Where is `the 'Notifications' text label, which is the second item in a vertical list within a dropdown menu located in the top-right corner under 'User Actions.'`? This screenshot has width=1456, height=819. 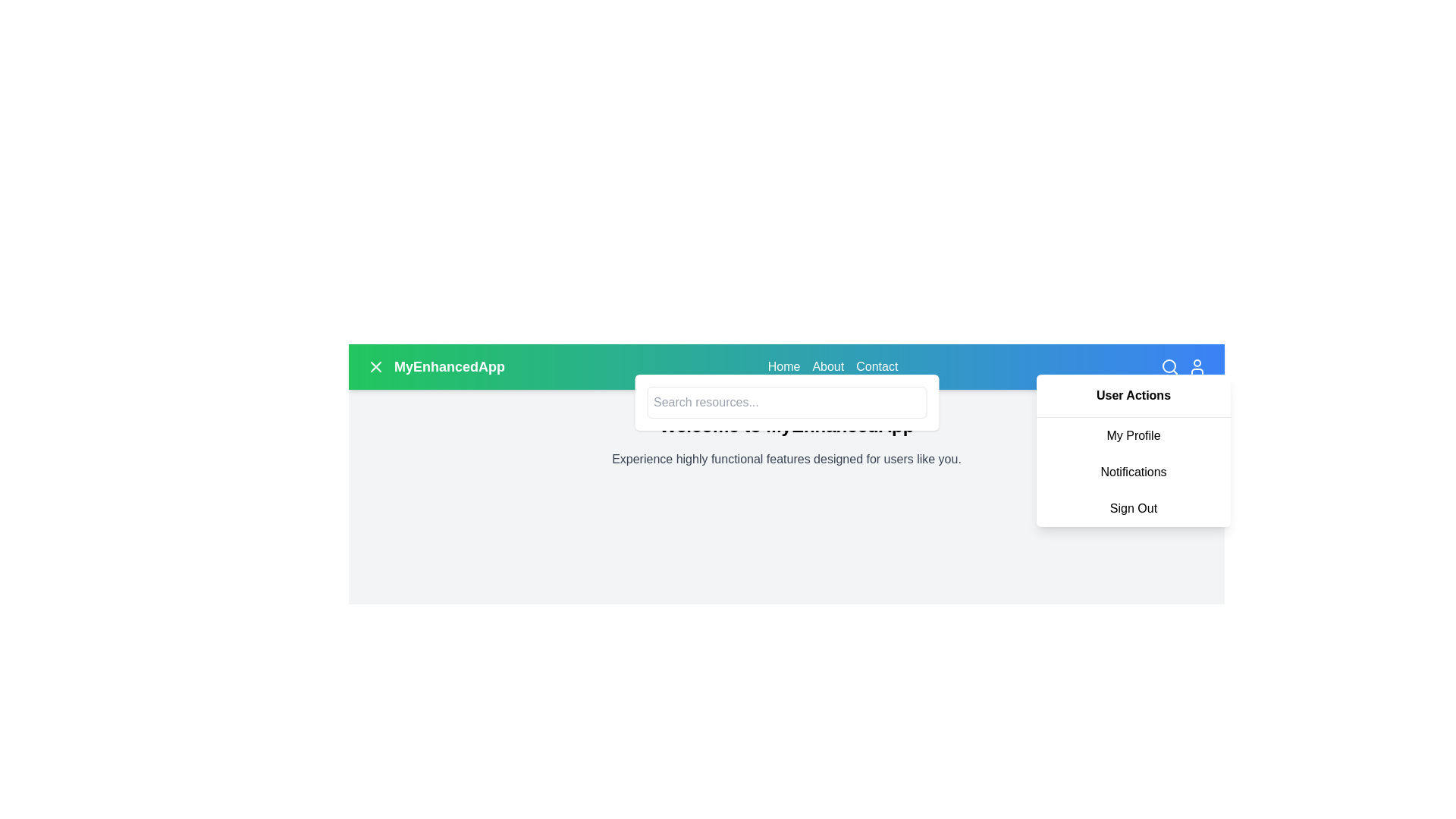
the 'Notifications' text label, which is the second item in a vertical list within a dropdown menu located in the top-right corner under 'User Actions.' is located at coordinates (1133, 472).